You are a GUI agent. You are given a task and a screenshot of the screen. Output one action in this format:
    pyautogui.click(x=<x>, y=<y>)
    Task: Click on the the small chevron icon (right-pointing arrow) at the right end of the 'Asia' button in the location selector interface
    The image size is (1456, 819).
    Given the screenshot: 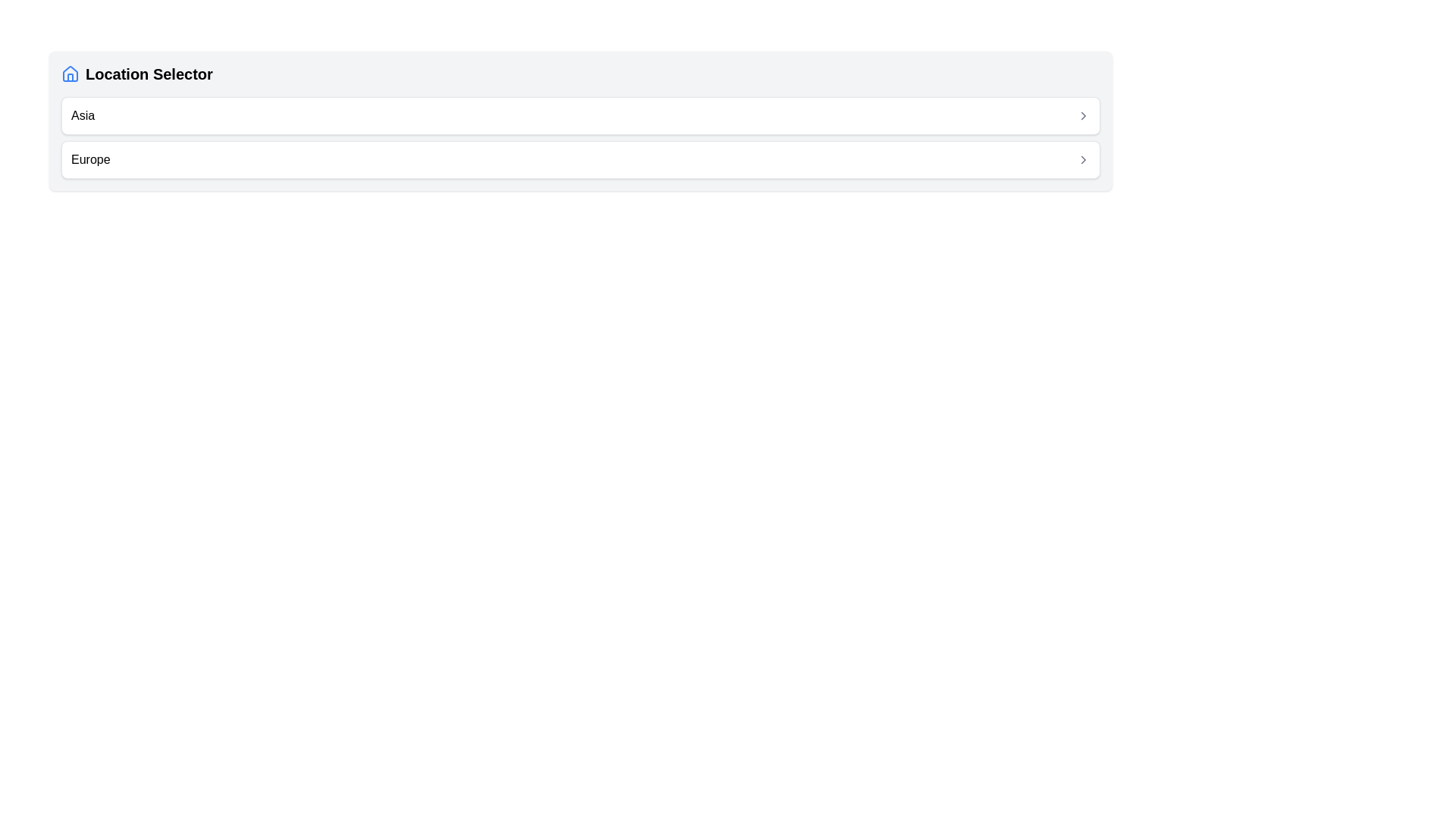 What is the action you would take?
    pyautogui.click(x=1083, y=115)
    